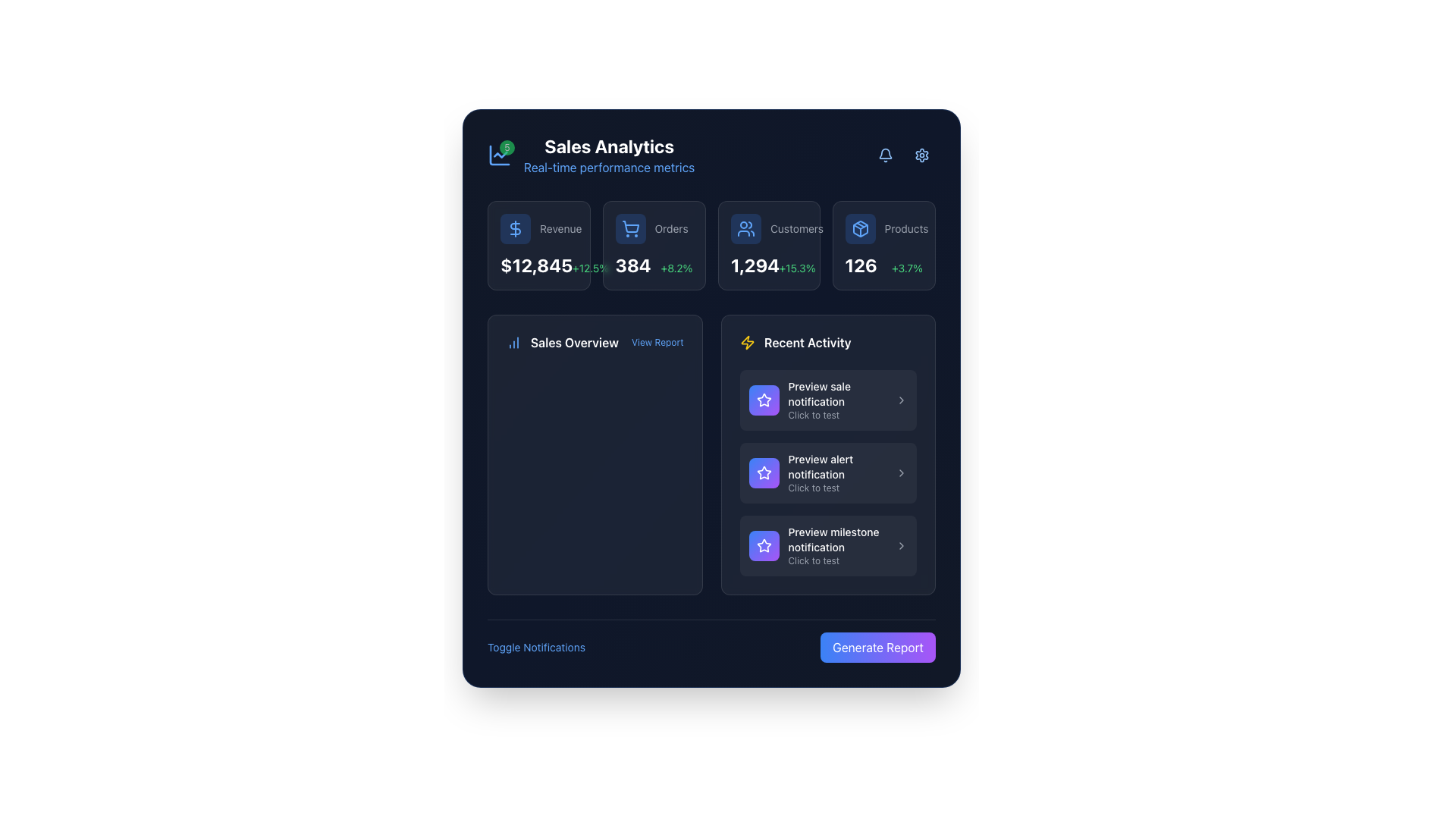 The width and height of the screenshot is (1456, 819). I want to click on the blue gradient bell icon located at the top-right corner of the panel, so click(885, 155).